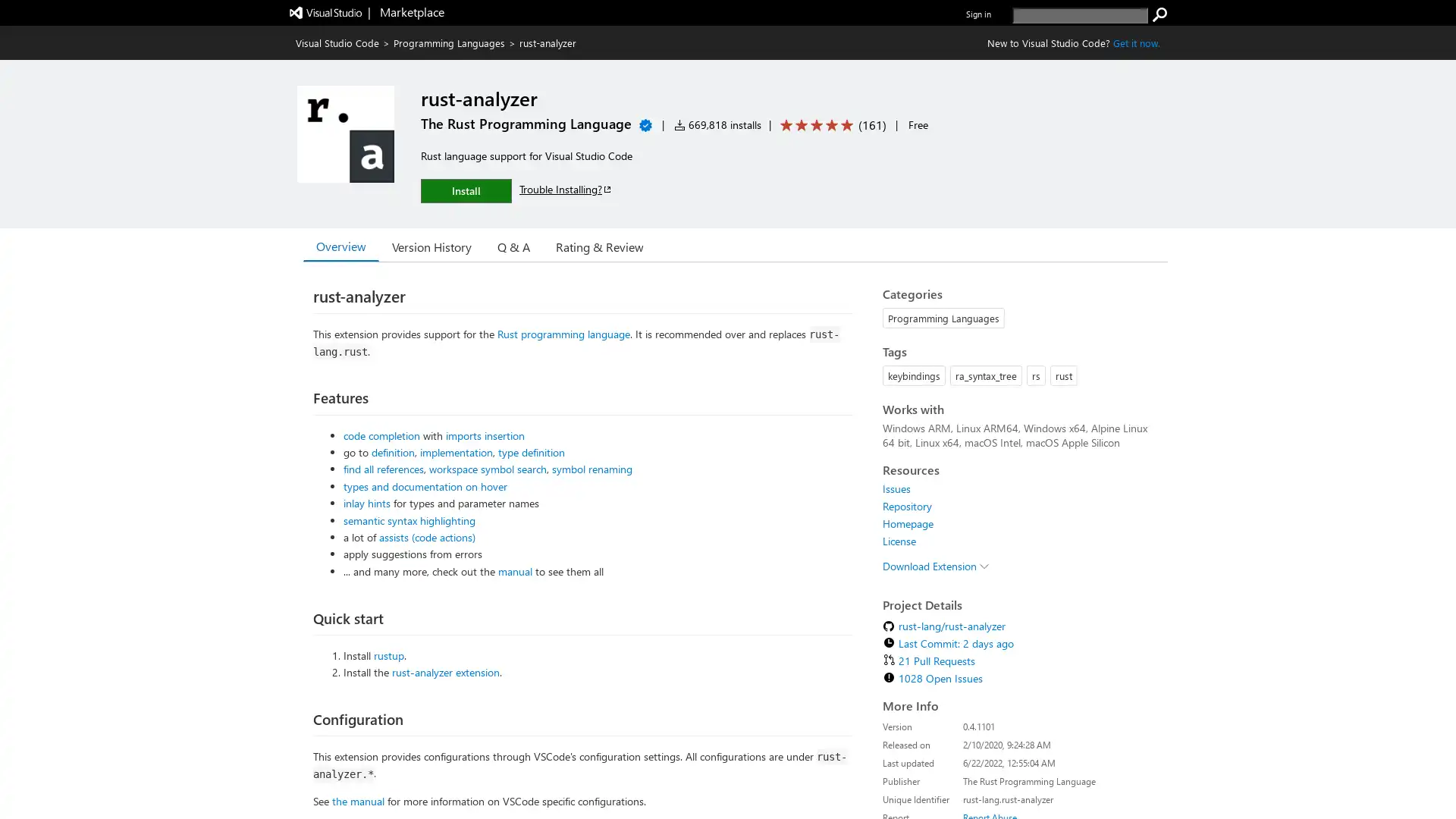  Describe the element at coordinates (340, 245) in the screenshot. I see `Overview` at that location.